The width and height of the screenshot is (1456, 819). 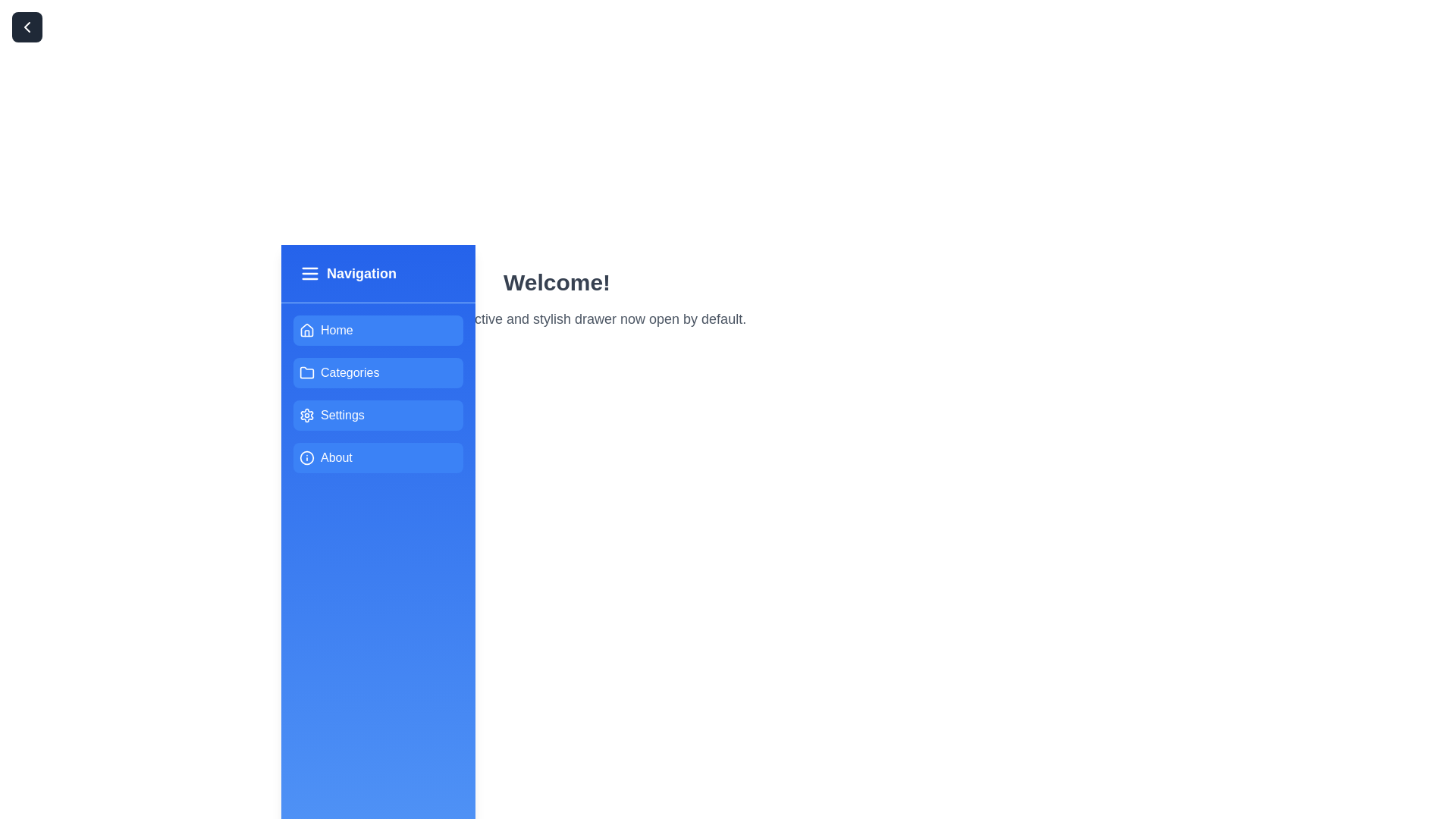 What do you see at coordinates (306, 457) in the screenshot?
I see `the circular information icon with a blue background and white outline, located in the 'About' menu item on the left vertical navigation bar` at bounding box center [306, 457].